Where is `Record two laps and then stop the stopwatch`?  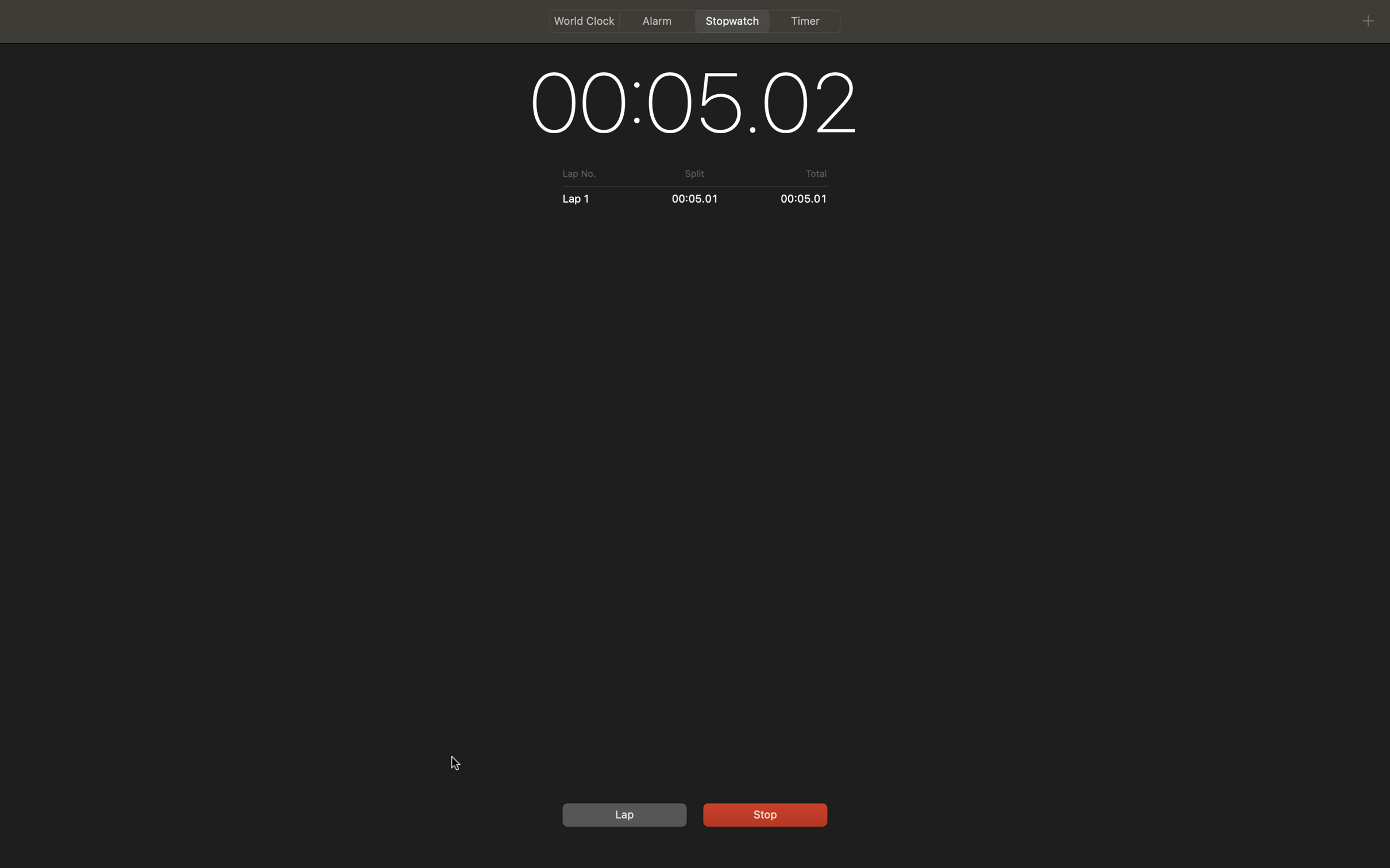
Record two laps and then stop the stopwatch is located at coordinates (622, 814).